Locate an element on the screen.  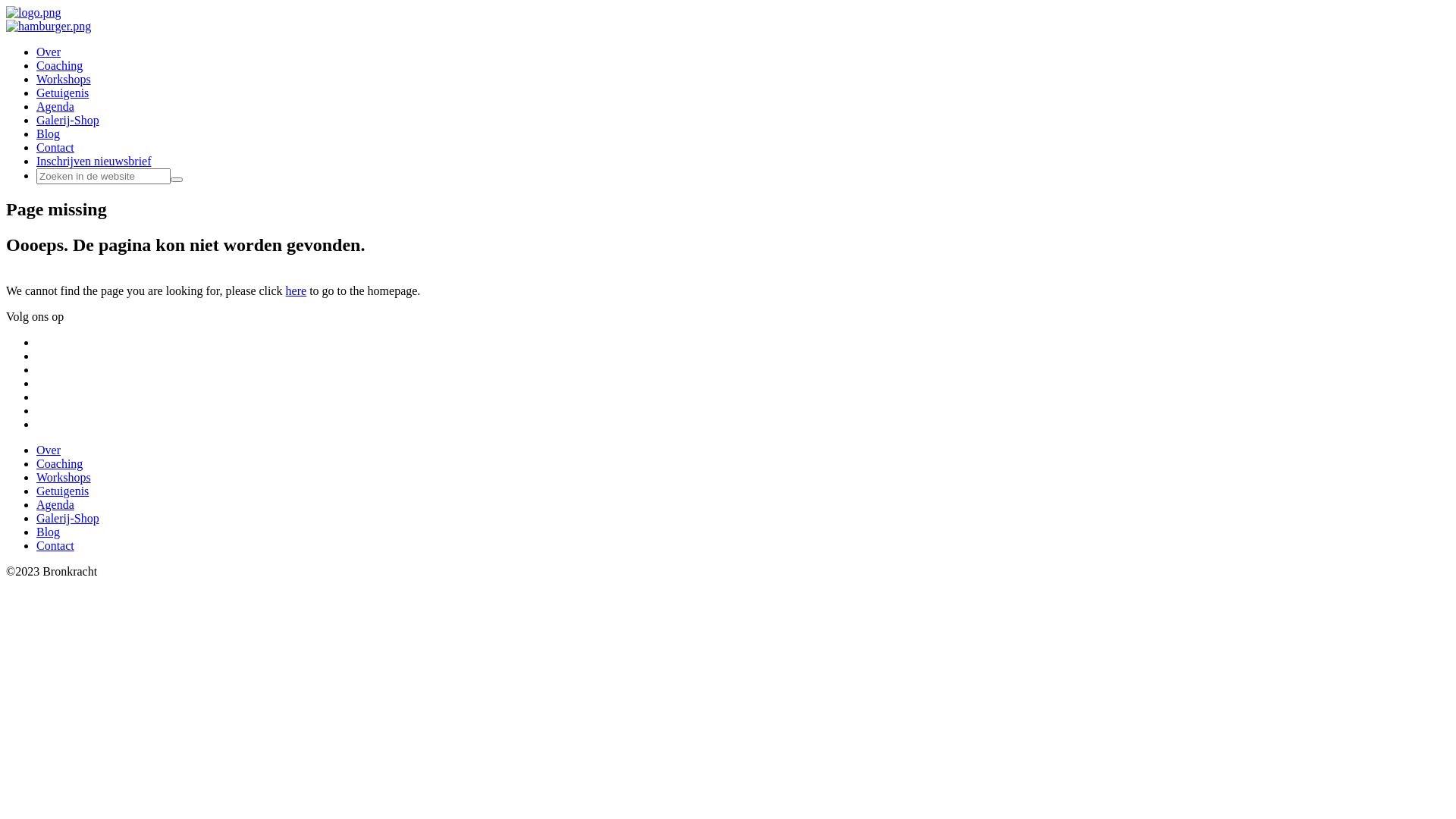
'Blog' is located at coordinates (36, 133).